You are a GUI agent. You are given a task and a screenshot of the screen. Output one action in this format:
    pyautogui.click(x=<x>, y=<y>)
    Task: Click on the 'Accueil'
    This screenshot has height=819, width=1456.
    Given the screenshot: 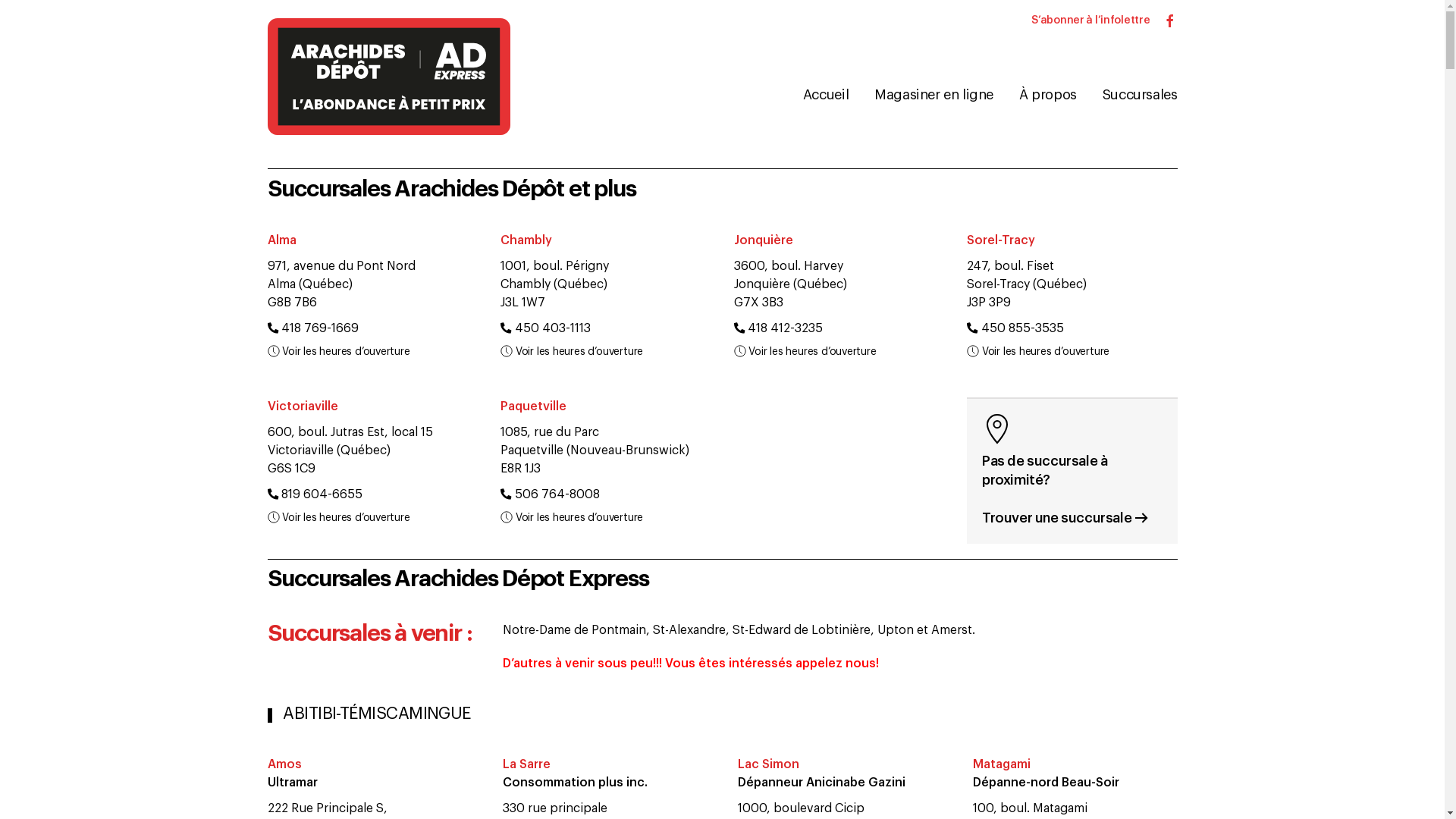 What is the action you would take?
    pyautogui.click(x=824, y=95)
    